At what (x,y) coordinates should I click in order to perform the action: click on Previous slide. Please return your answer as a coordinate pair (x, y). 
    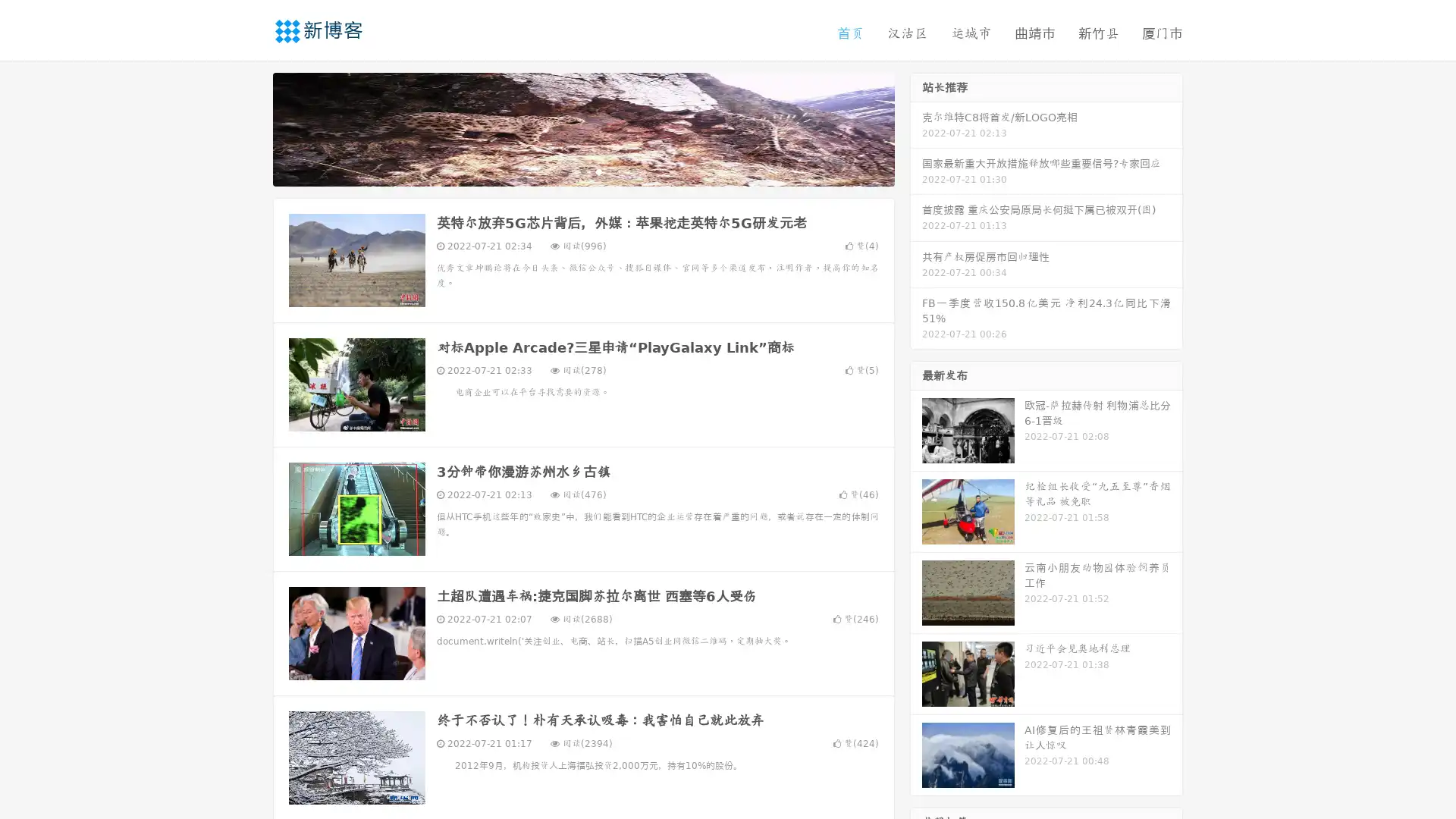
    Looking at the image, I should click on (250, 127).